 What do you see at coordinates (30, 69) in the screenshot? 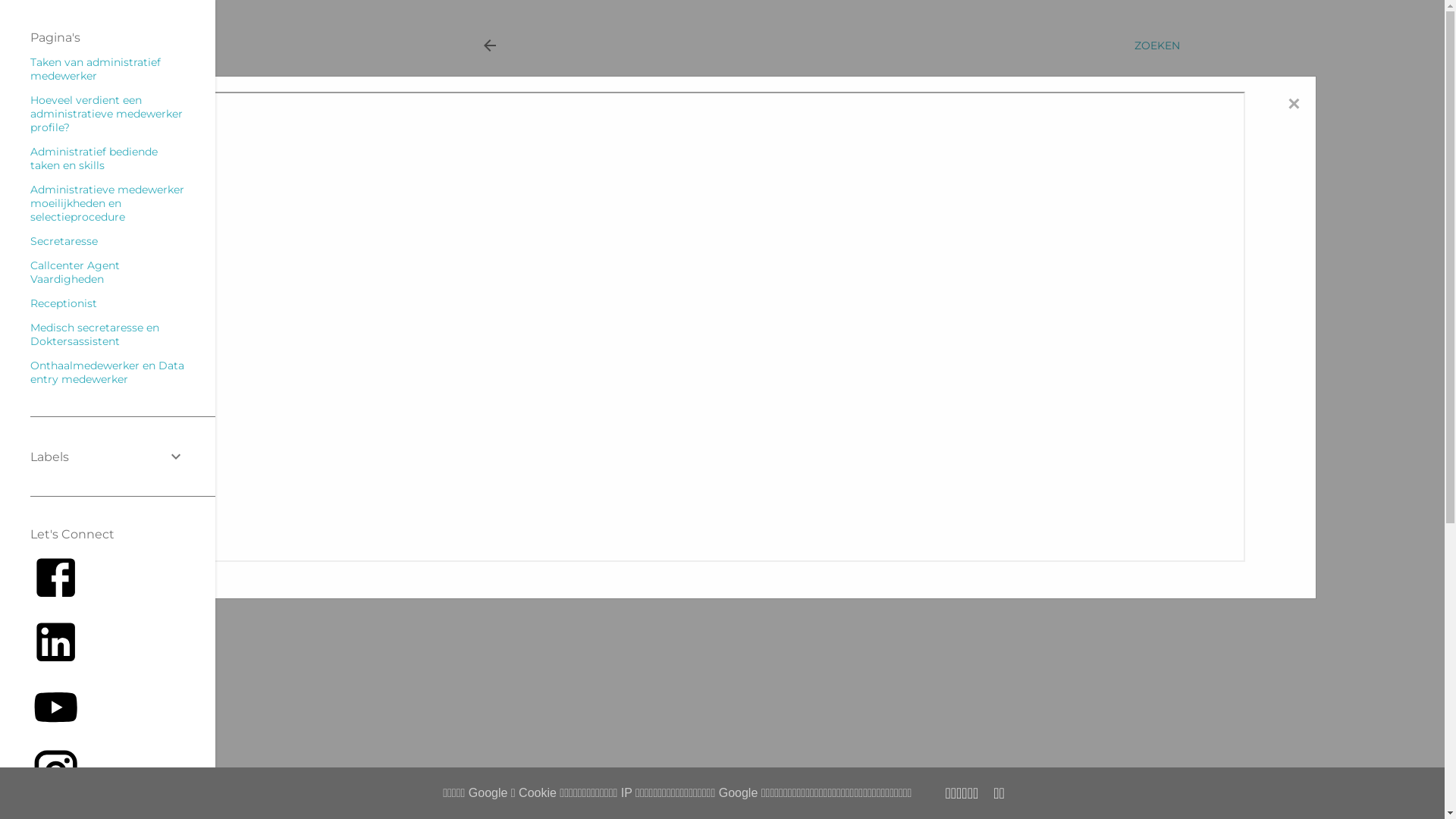
I see `'Taken van administratief medewerker'` at bounding box center [30, 69].